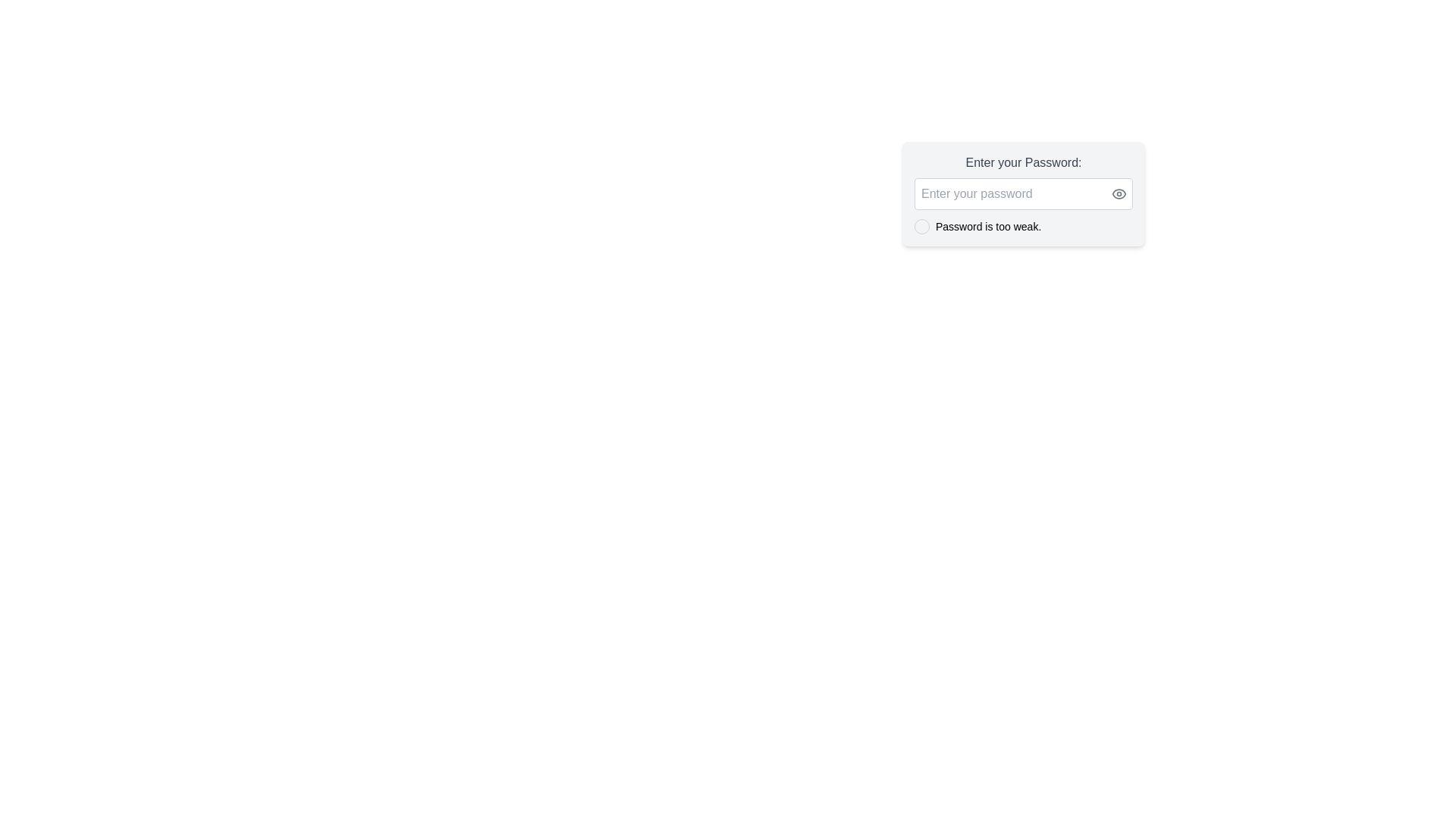 The height and width of the screenshot is (819, 1456). What do you see at coordinates (1119, 193) in the screenshot?
I see `the eye icon button located to the right of the password entry field` at bounding box center [1119, 193].